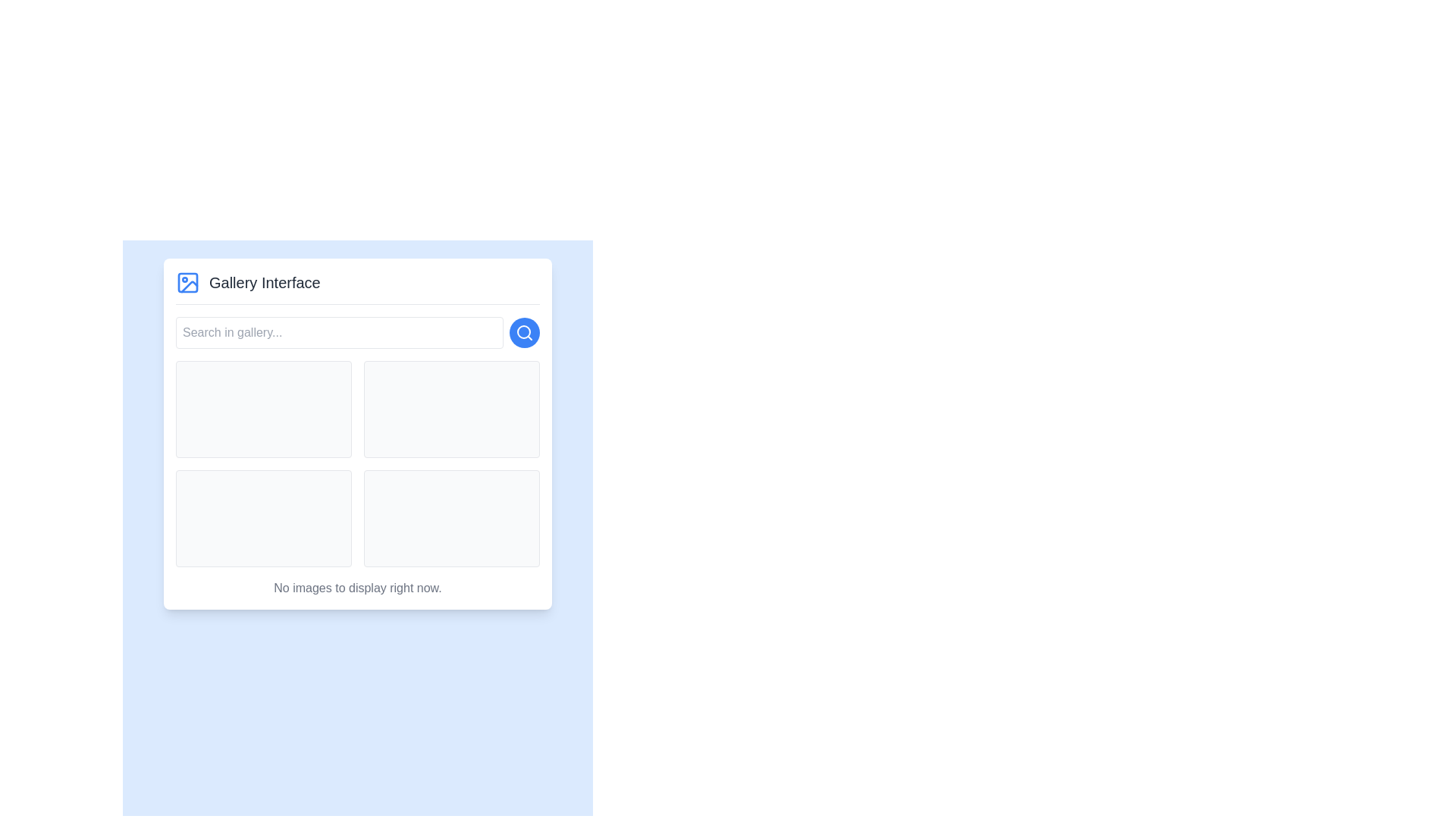  I want to click on the circular graphical element representing part of the search icon, located at the top left of the search icon in the gallery interface header bar, so click(524, 331).